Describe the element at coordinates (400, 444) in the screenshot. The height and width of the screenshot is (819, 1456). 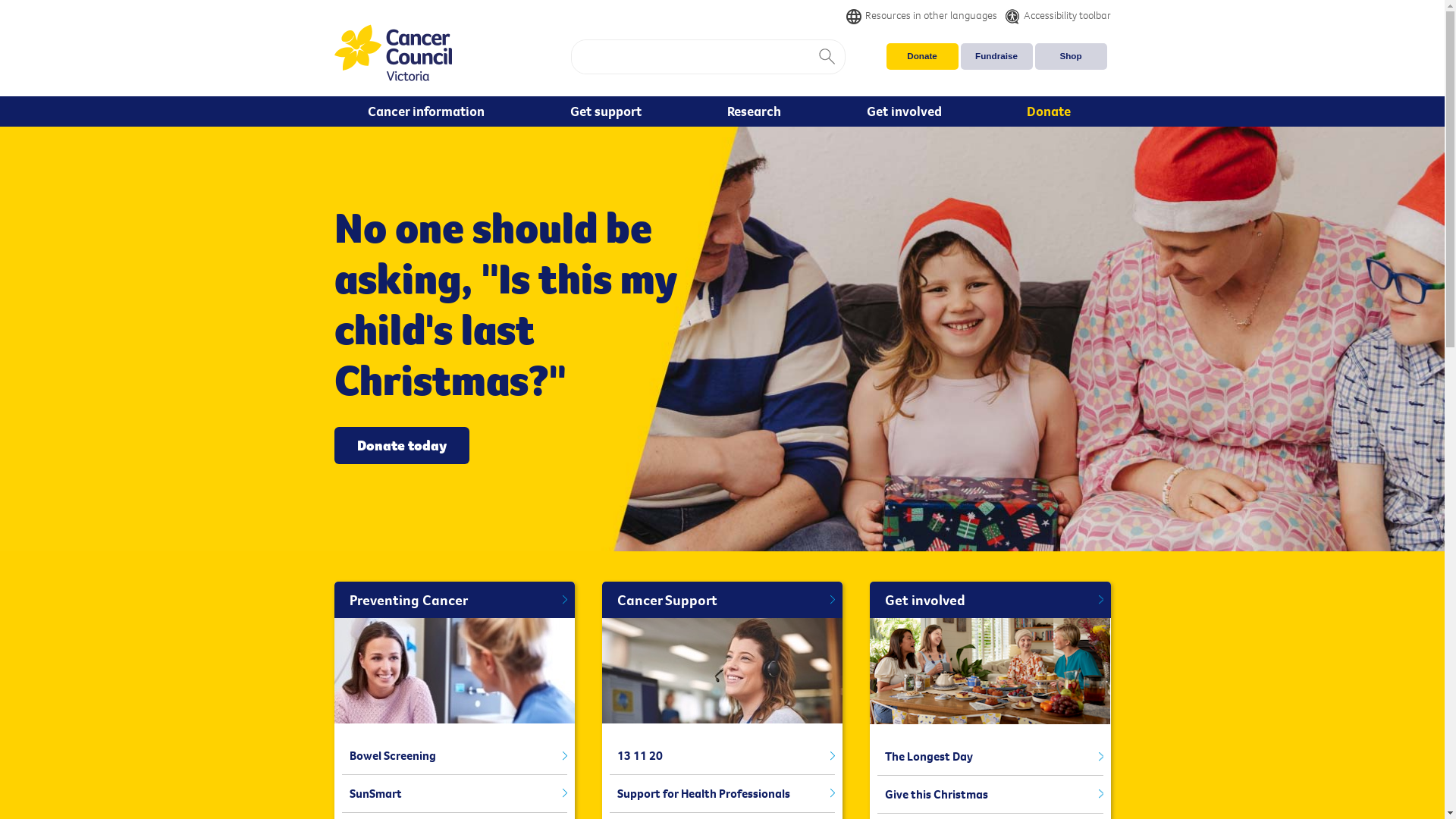
I see `'Donate today'` at that location.